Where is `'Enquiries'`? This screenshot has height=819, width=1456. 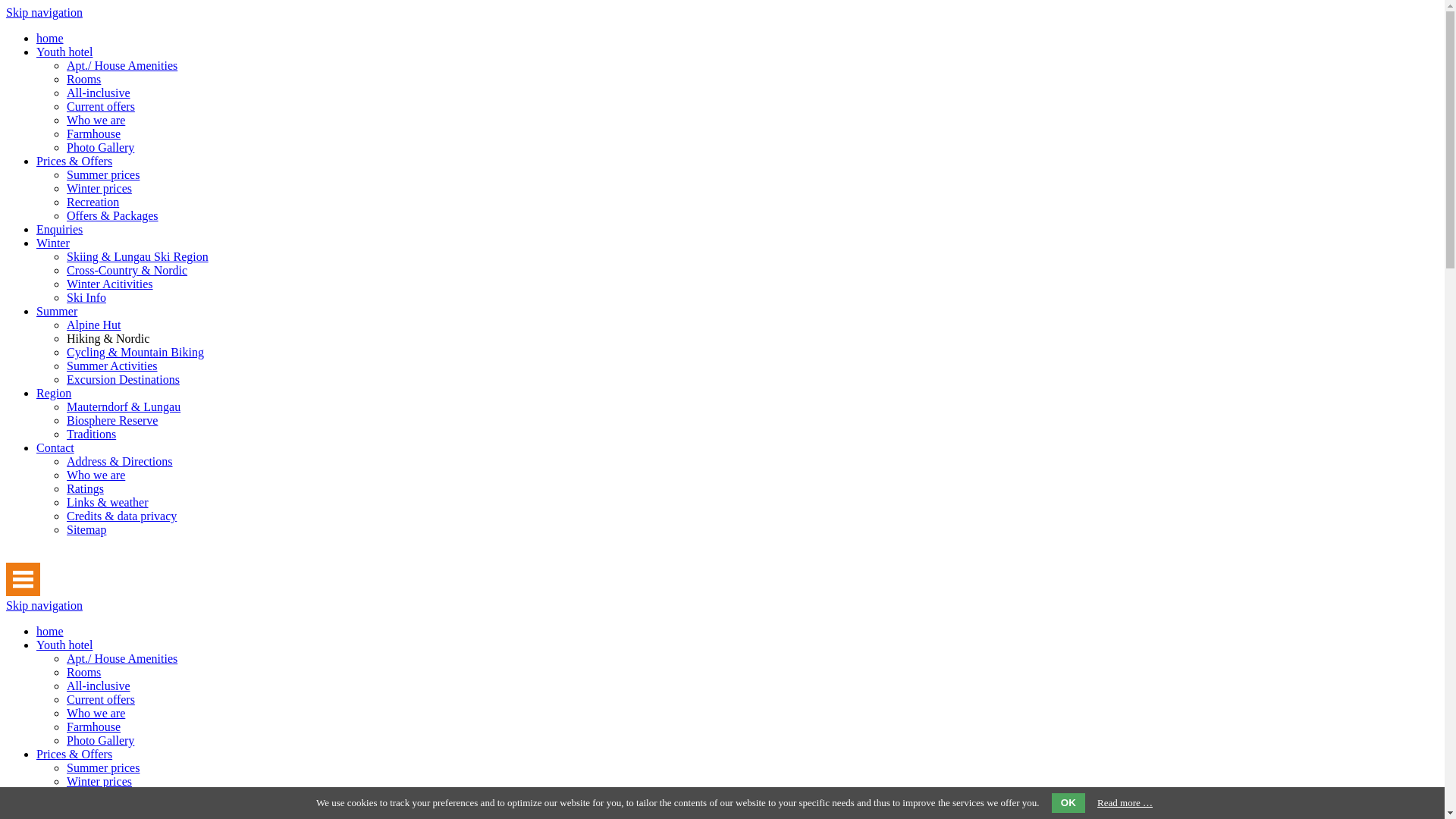
'Enquiries' is located at coordinates (59, 229).